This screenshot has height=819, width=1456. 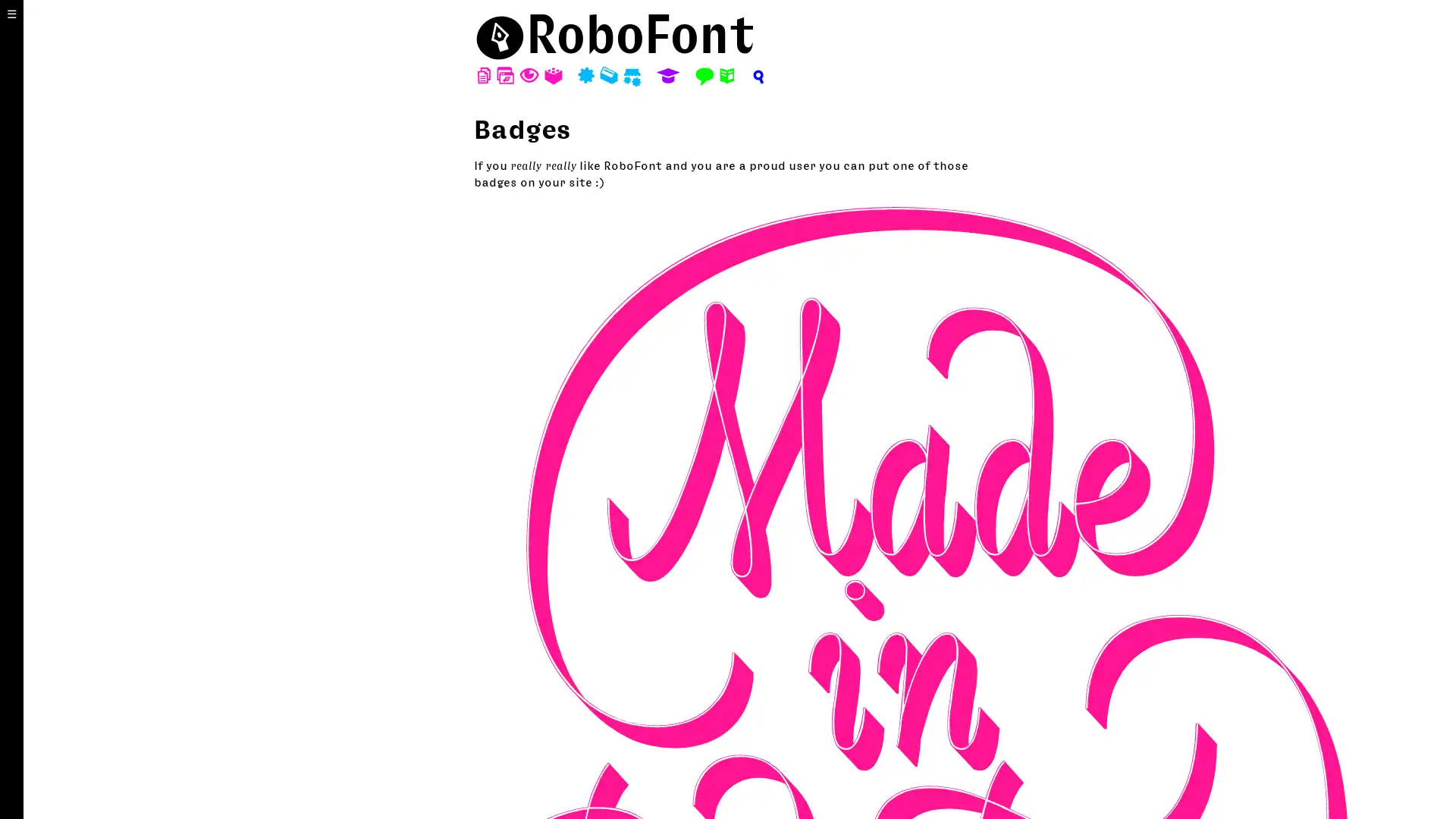 What do you see at coordinates (757, 76) in the screenshot?
I see `?` at bounding box center [757, 76].